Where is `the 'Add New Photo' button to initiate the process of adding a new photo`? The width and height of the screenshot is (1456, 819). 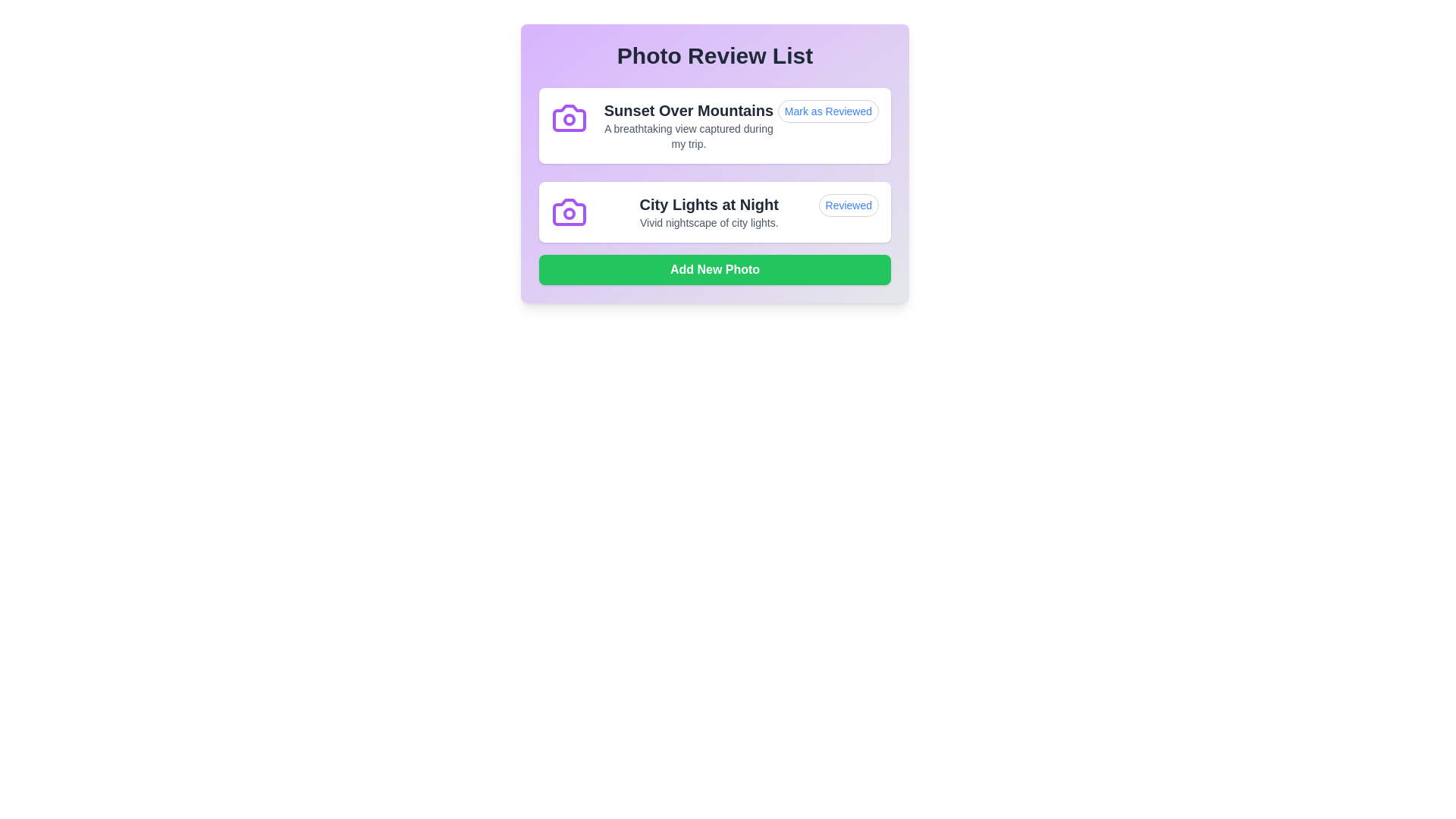 the 'Add New Photo' button to initiate the process of adding a new photo is located at coordinates (714, 268).